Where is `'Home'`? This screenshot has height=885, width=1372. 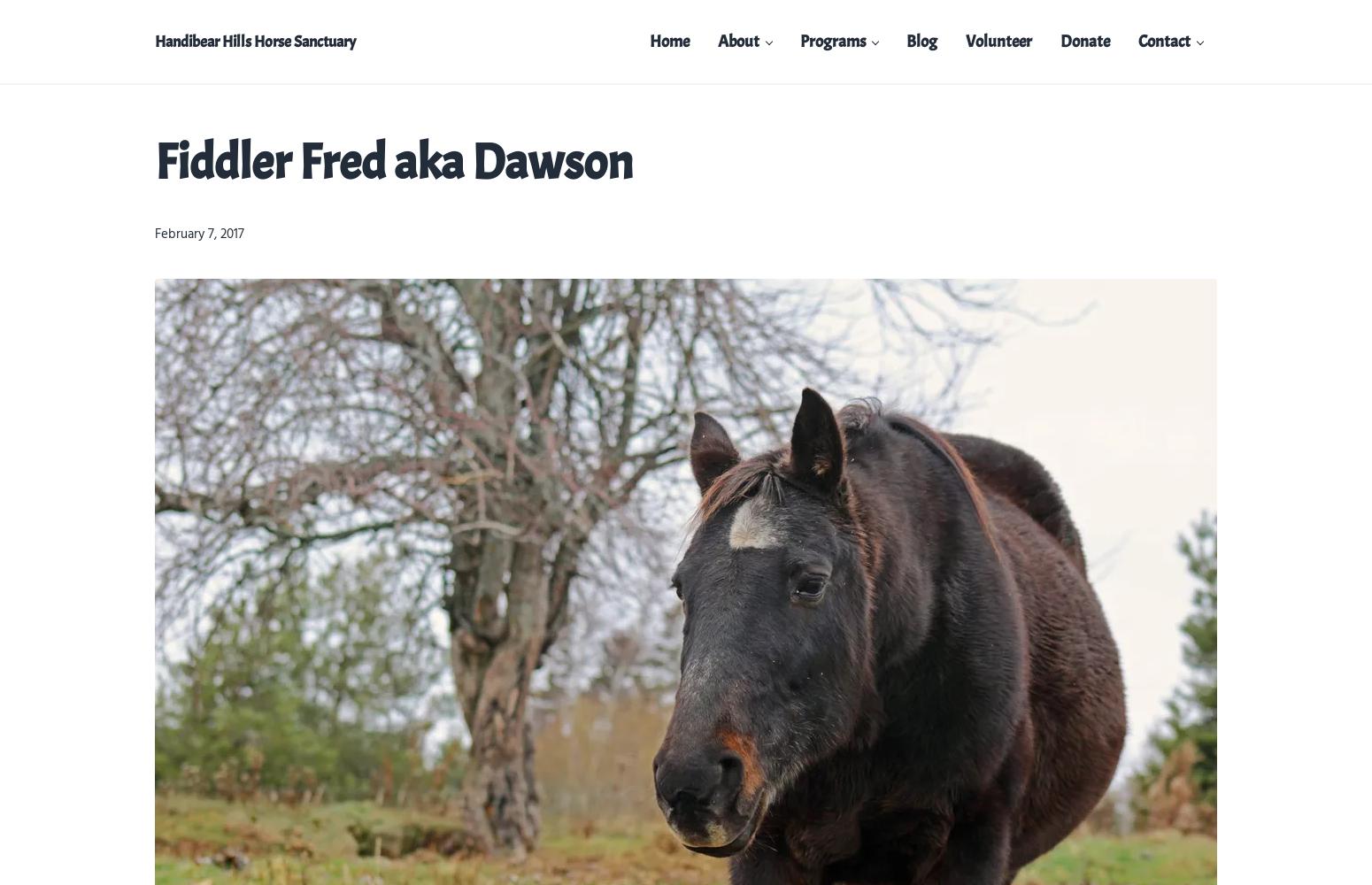
'Home' is located at coordinates (649, 41).